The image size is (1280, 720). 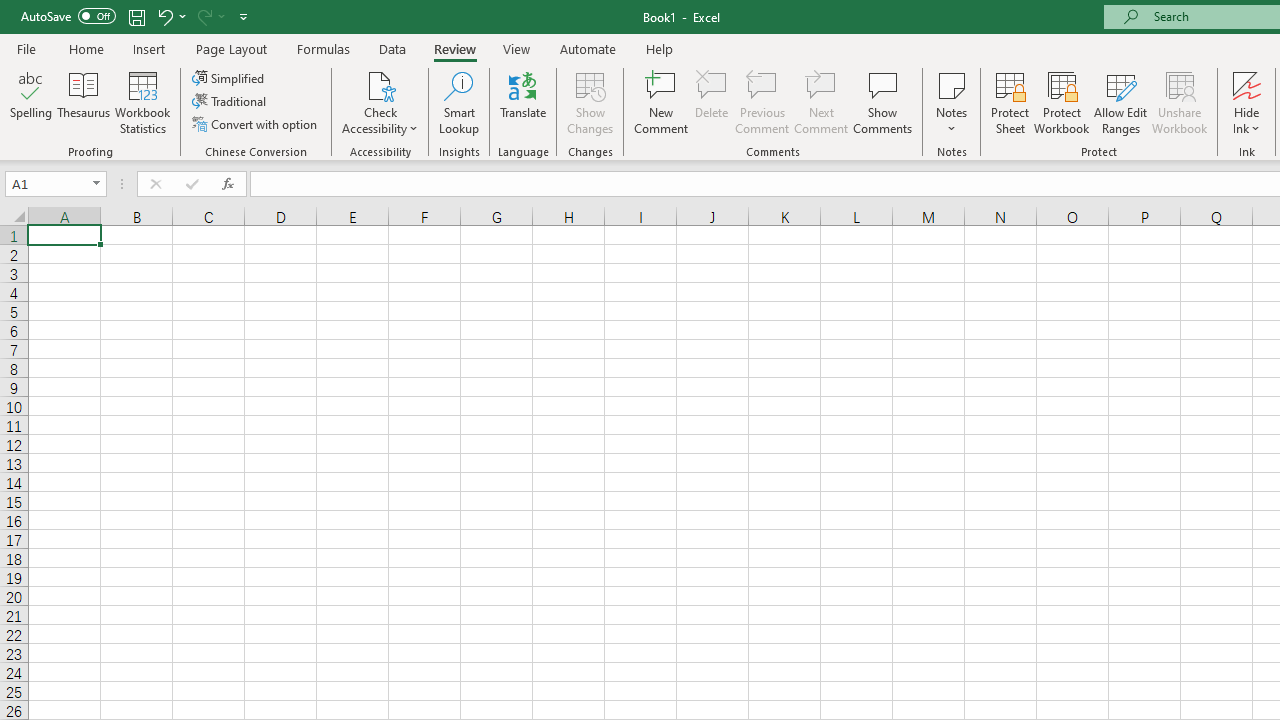 What do you see at coordinates (231, 101) in the screenshot?
I see `'Traditional'` at bounding box center [231, 101].